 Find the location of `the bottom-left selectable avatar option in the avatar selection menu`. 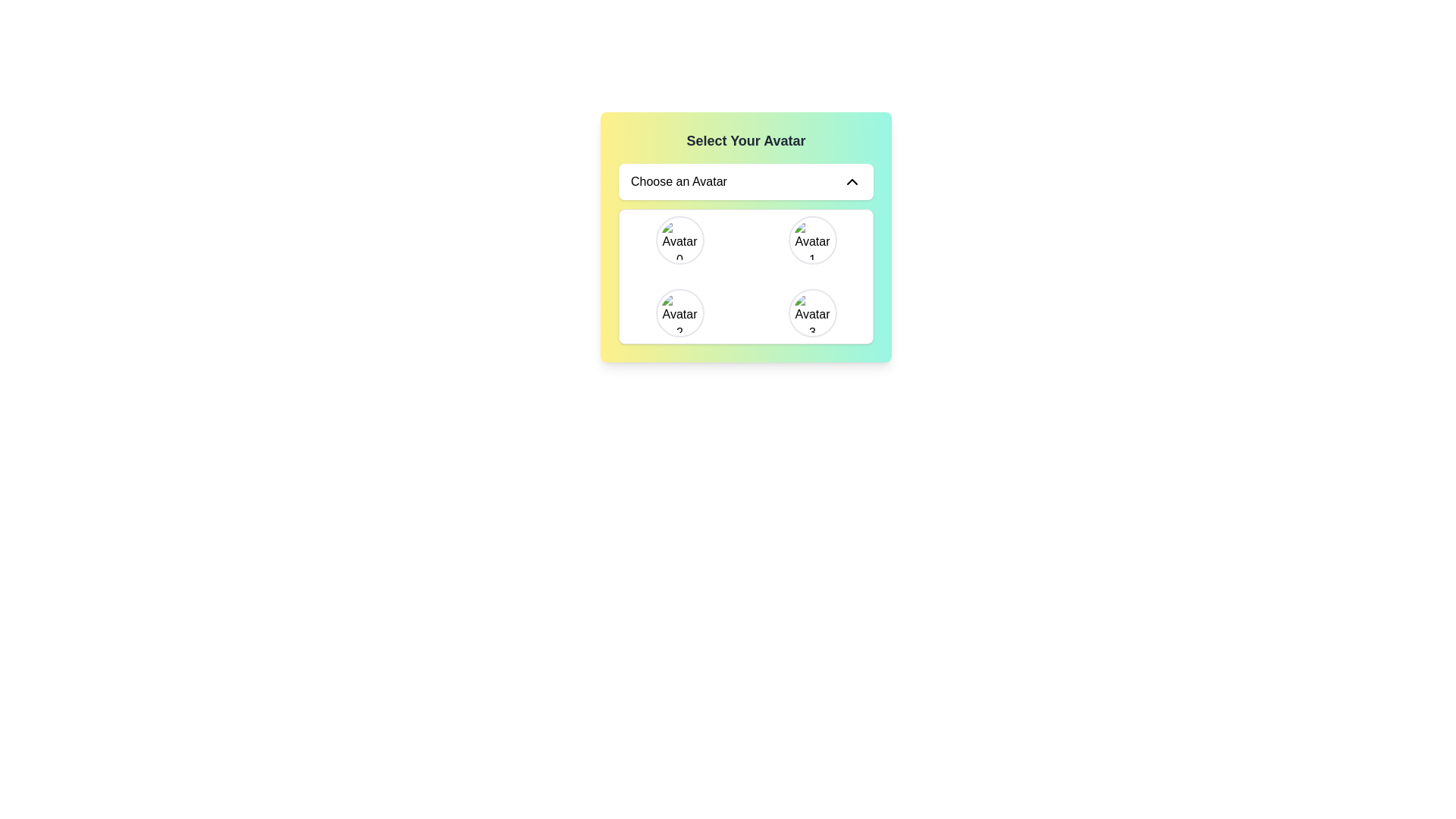

the bottom-left selectable avatar option in the avatar selection menu is located at coordinates (679, 312).